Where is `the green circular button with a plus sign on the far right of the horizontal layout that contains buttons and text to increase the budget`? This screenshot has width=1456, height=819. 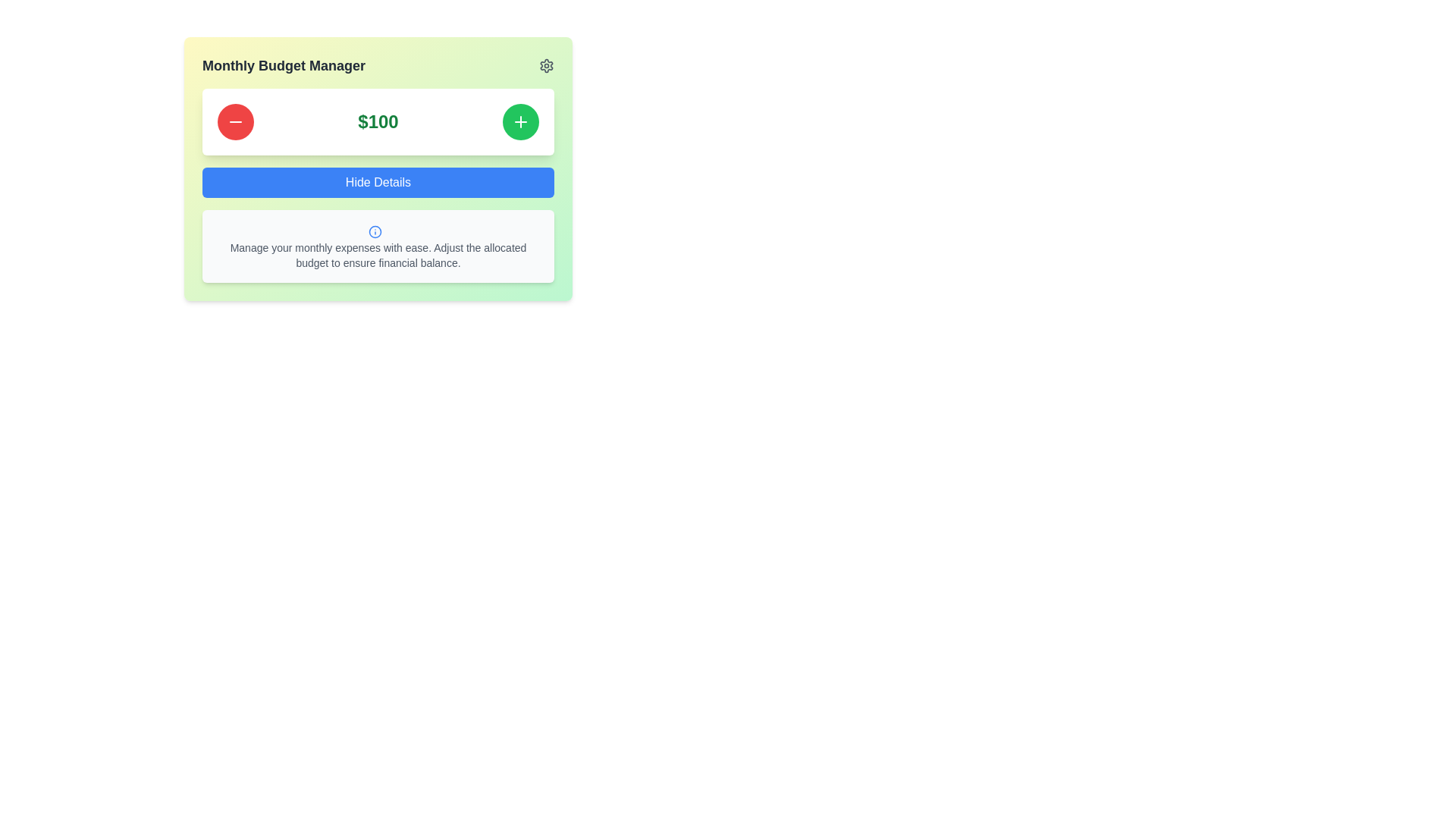 the green circular button with a plus sign on the far right of the horizontal layout that contains buttons and text to increase the budget is located at coordinates (378, 121).